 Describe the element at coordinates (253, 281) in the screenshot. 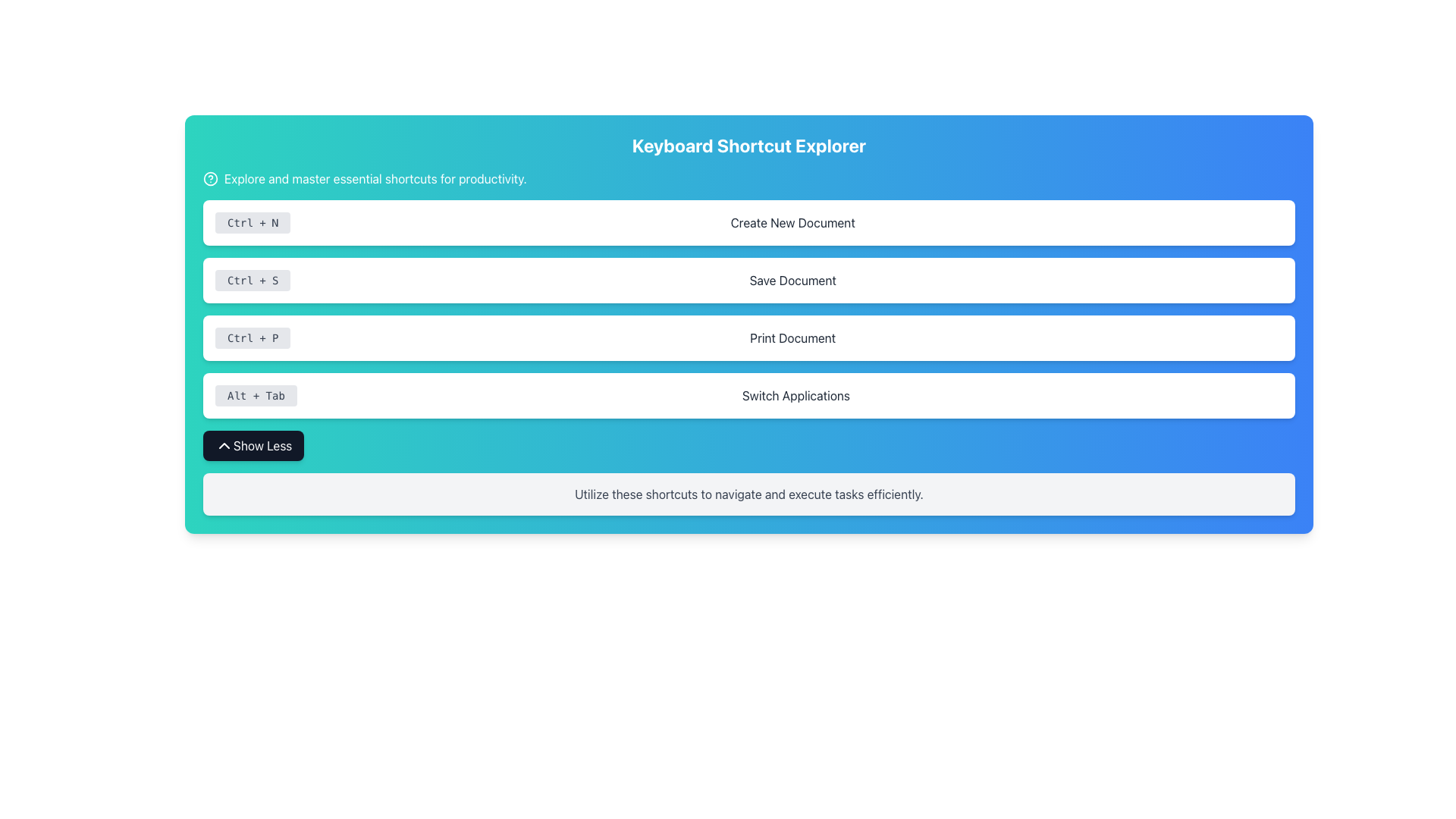

I see `the button-like text display with the text 'Ctrl + S' that has a rounded light gray background, positioned within the shortcut-key descriptions list` at that location.